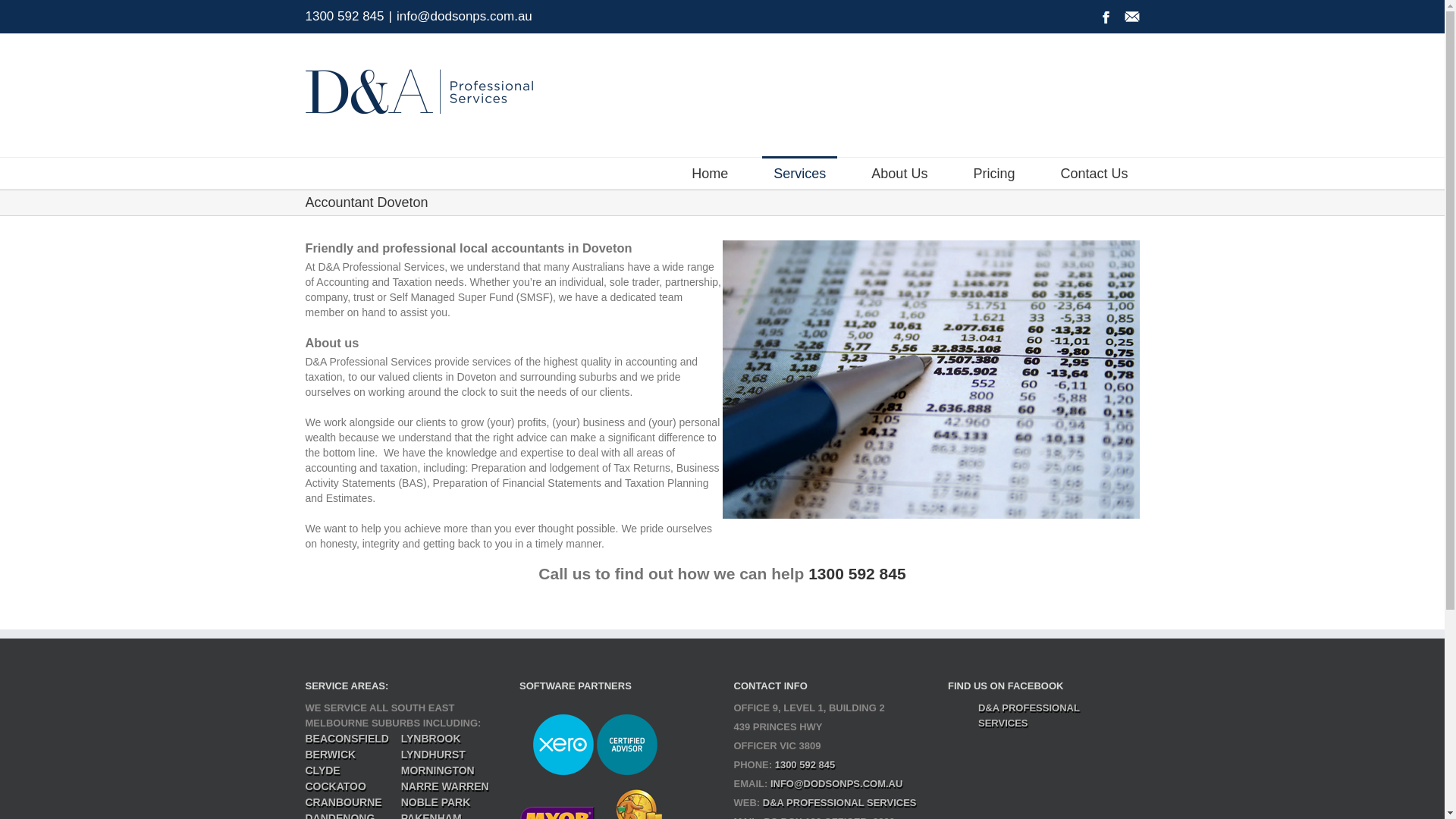 This screenshot has height=819, width=1456. What do you see at coordinates (993, 171) in the screenshot?
I see `'Pricing'` at bounding box center [993, 171].